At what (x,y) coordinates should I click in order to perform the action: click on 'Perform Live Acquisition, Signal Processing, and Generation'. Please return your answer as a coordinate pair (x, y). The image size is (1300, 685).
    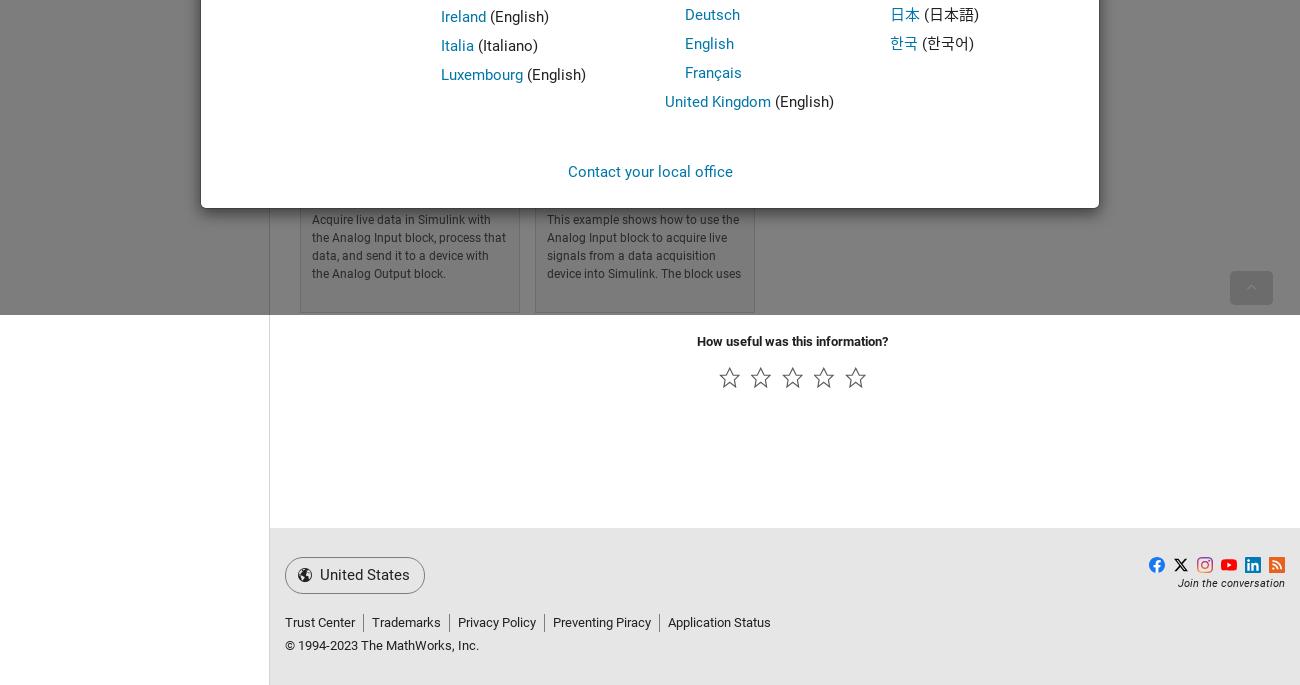
    Looking at the image, I should click on (312, 174).